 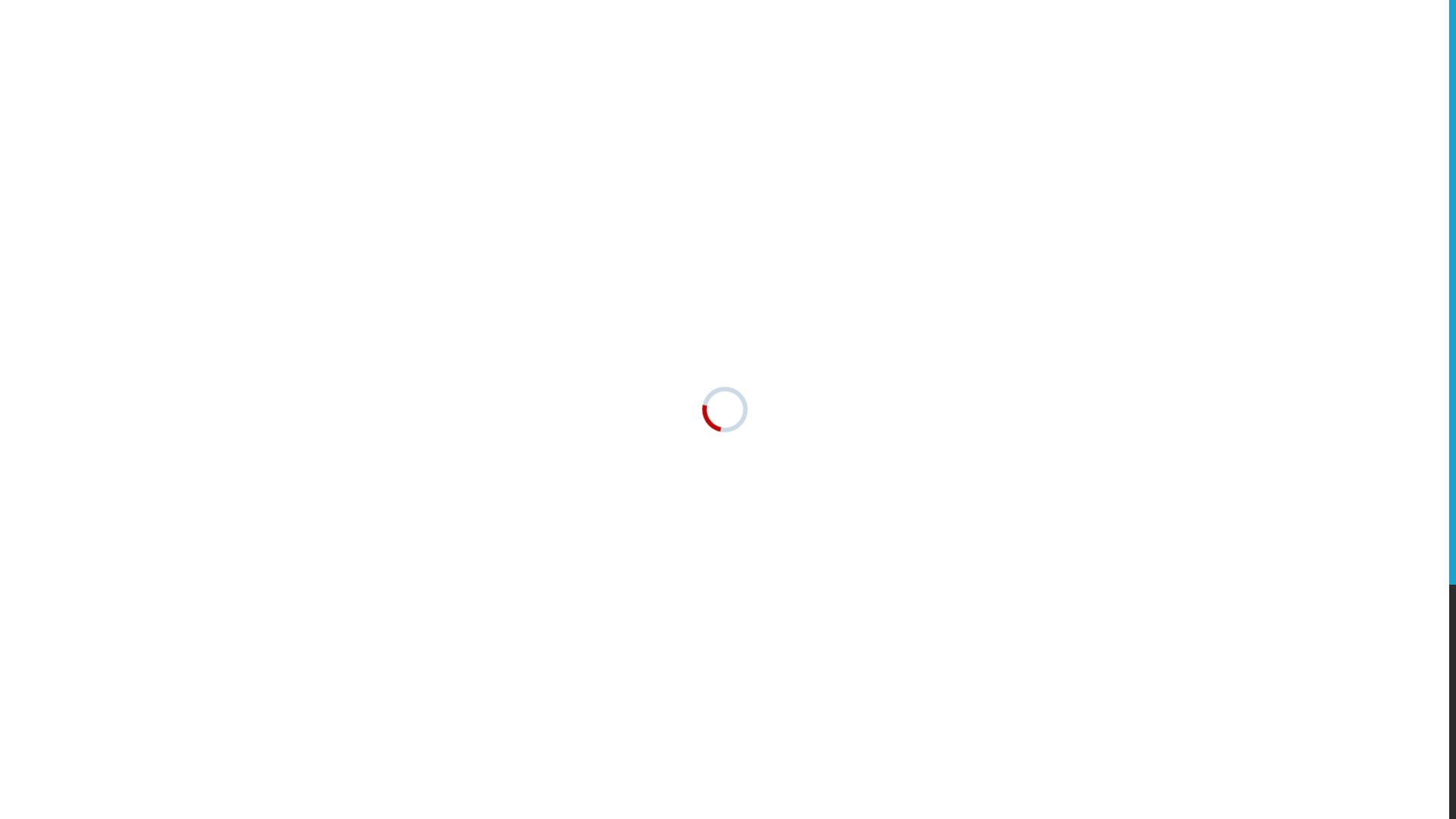 I want to click on '+375 17 544-11-11', so click(x=1100, y=55).